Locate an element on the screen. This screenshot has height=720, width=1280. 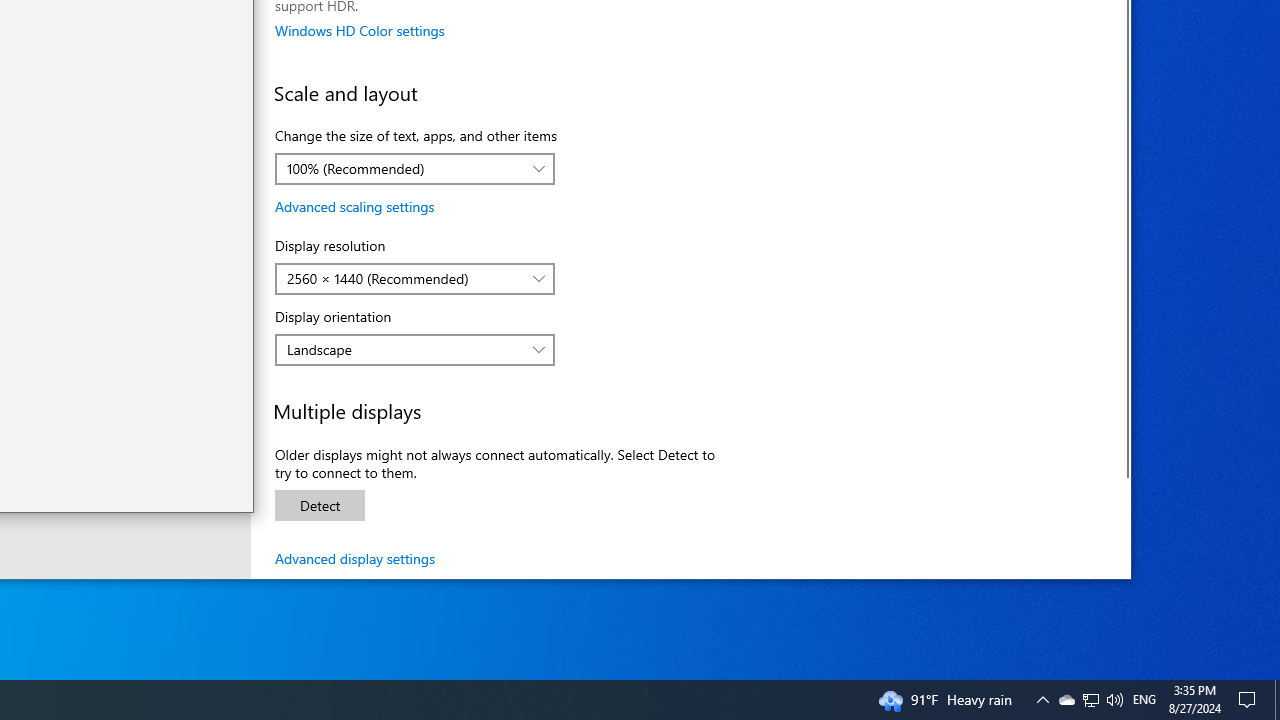
'Tray Input Indicator - English (United States)' is located at coordinates (1144, 698).